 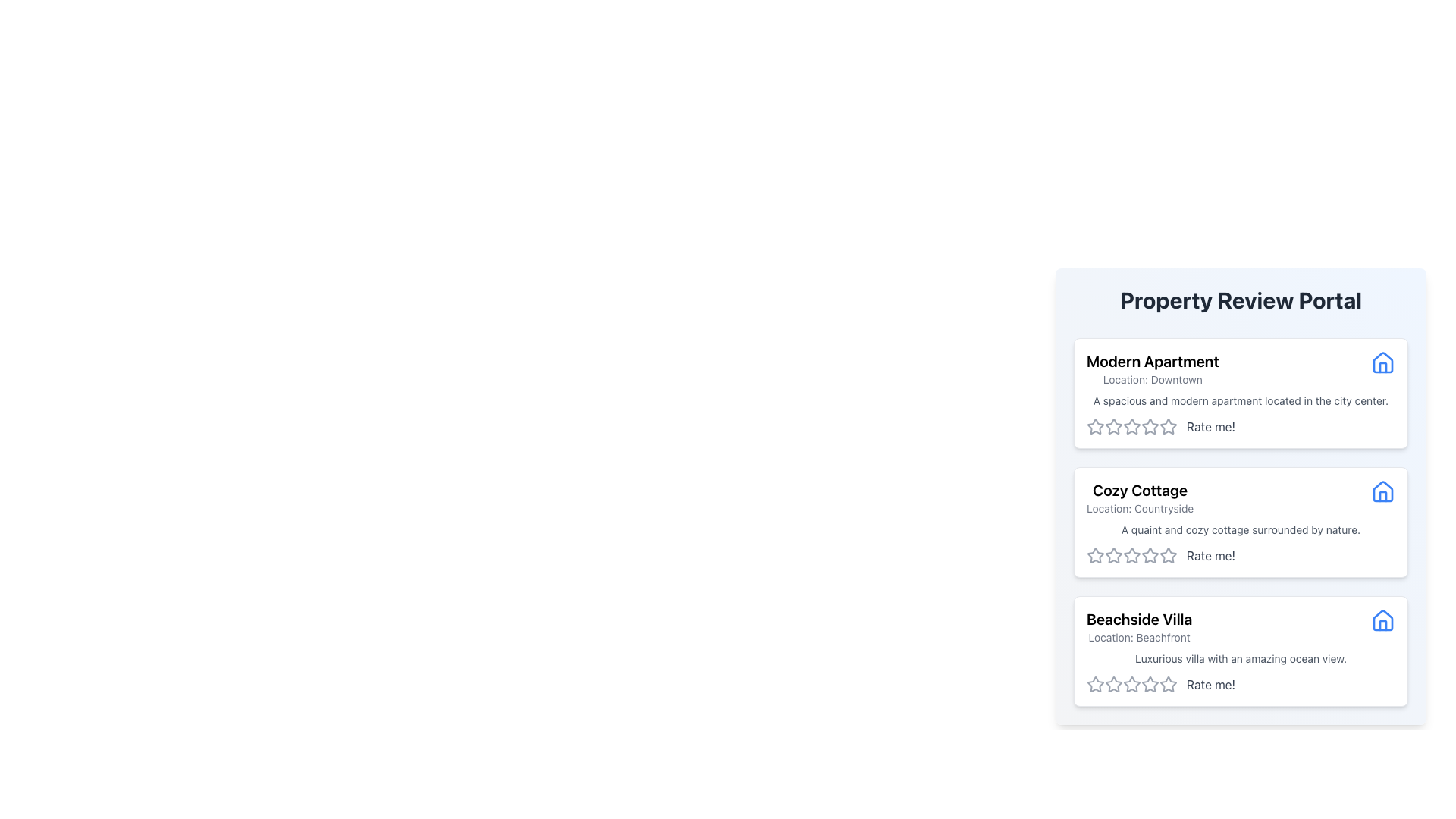 I want to click on the fifth Rating Star Icon in the 5-star rating system beneath the 'Beachside Villa' card, so click(x=1167, y=684).